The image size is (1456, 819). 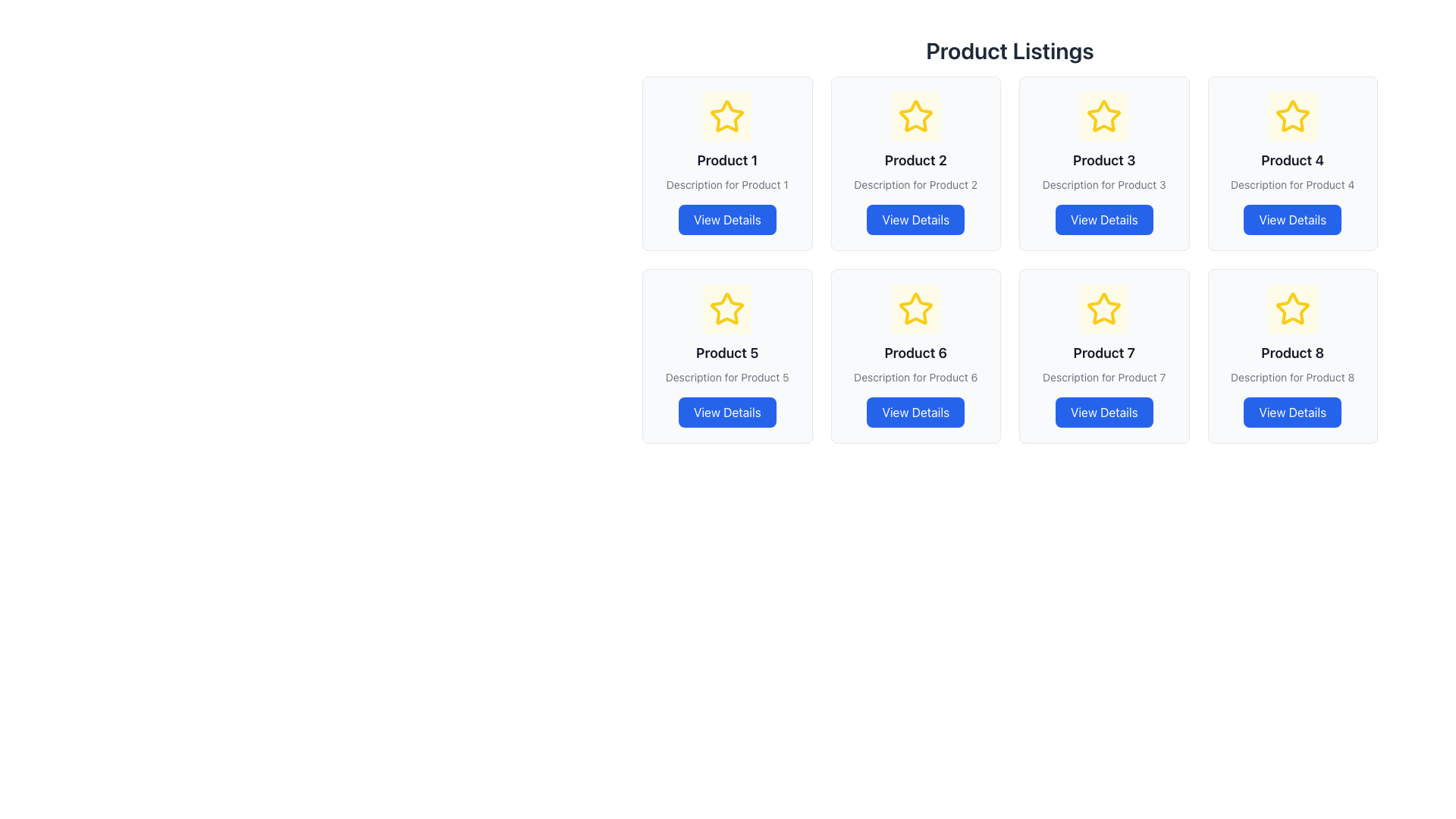 What do you see at coordinates (1291, 184) in the screenshot?
I see `the text label displaying 'Description for Product 4' which is a gray, centered, small font text, located in the middle of a card layout for product information` at bounding box center [1291, 184].